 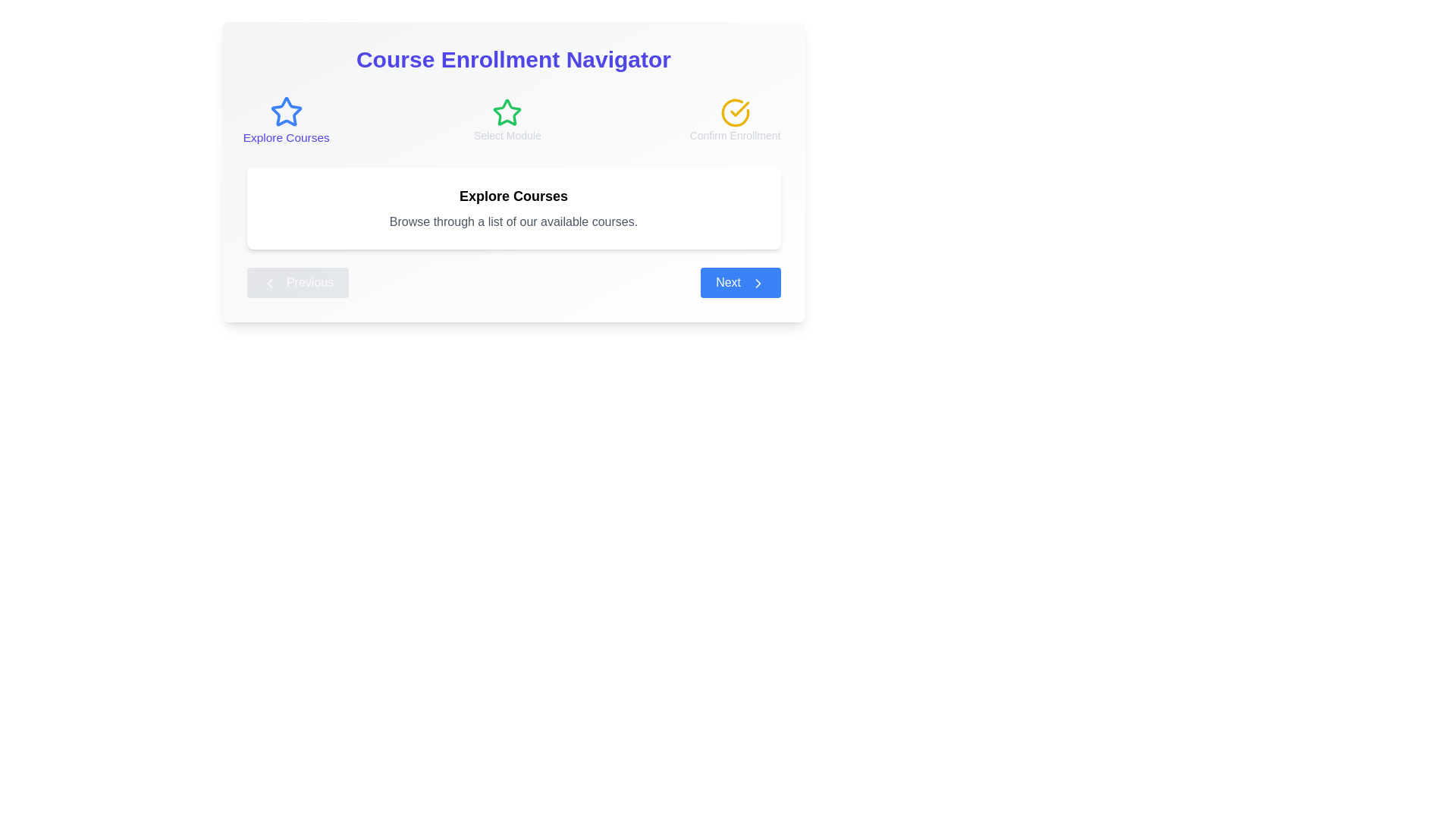 What do you see at coordinates (739, 283) in the screenshot?
I see `the 'Next' button to proceed to the next step in the course selector` at bounding box center [739, 283].